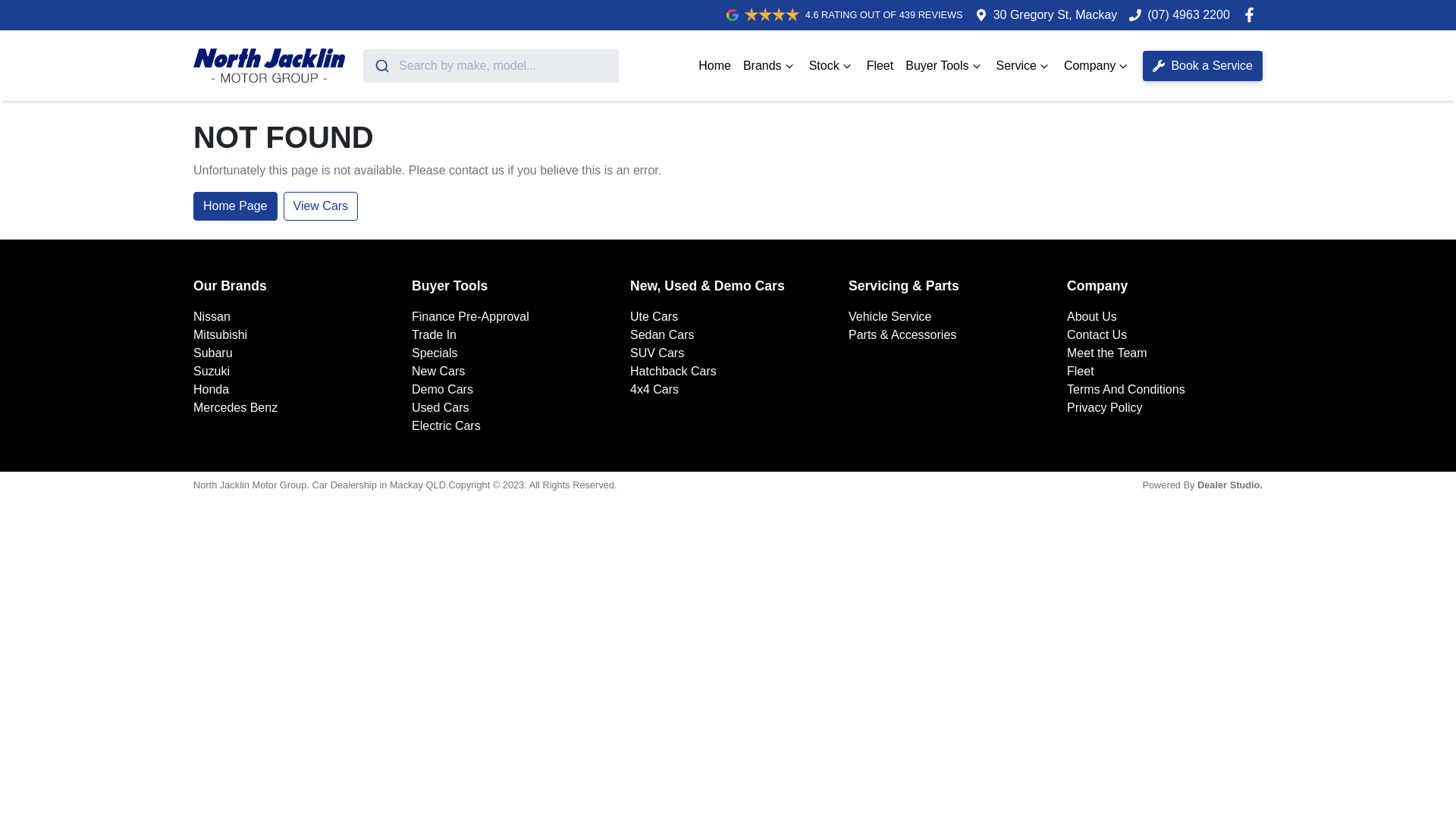 This screenshot has height=819, width=1456. What do you see at coordinates (880, 64) in the screenshot?
I see `'Fleet'` at bounding box center [880, 64].